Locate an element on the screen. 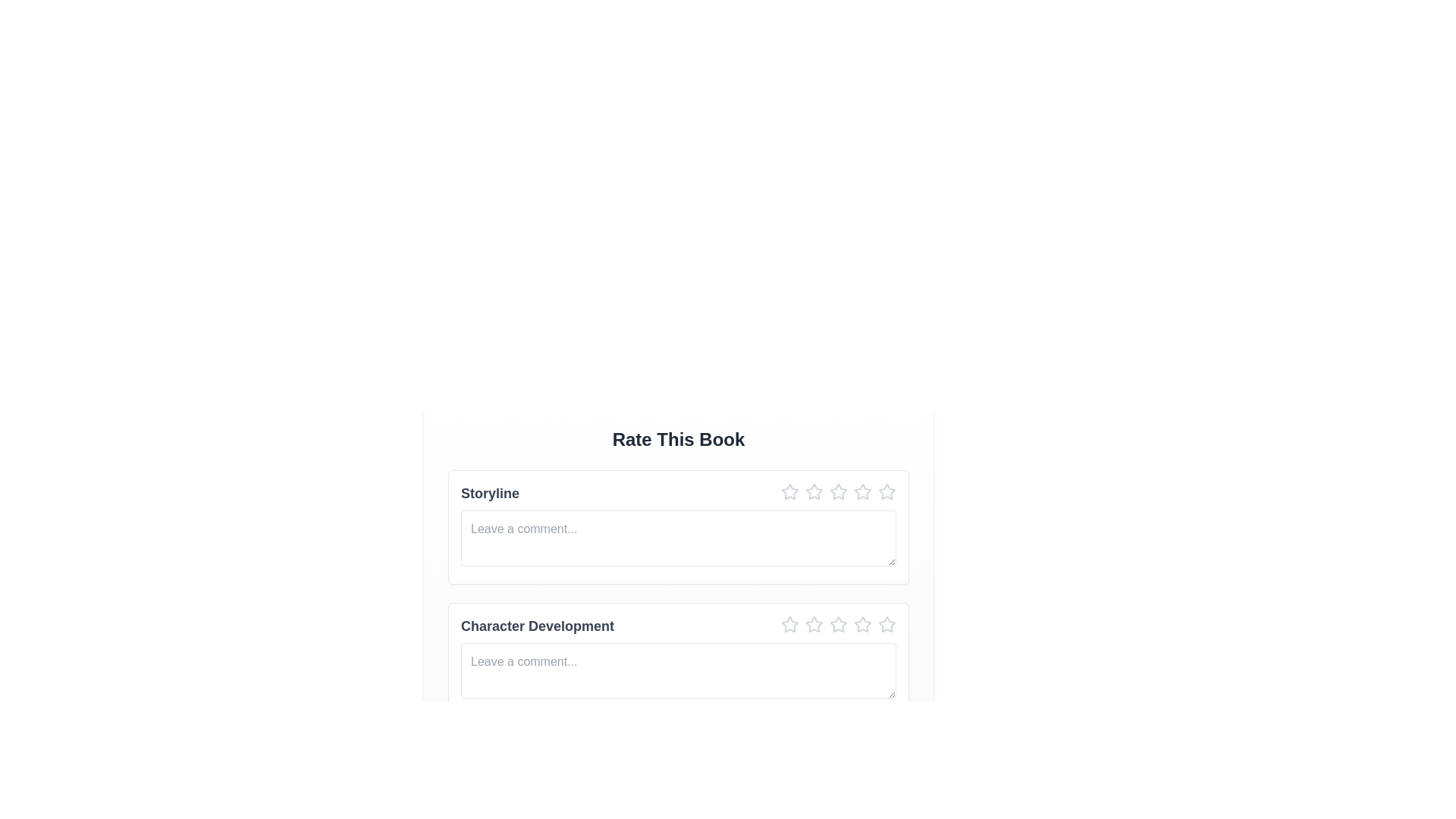  the sixth star in the group of seven light gray rating stars for 'Character Development' is located at coordinates (862, 625).